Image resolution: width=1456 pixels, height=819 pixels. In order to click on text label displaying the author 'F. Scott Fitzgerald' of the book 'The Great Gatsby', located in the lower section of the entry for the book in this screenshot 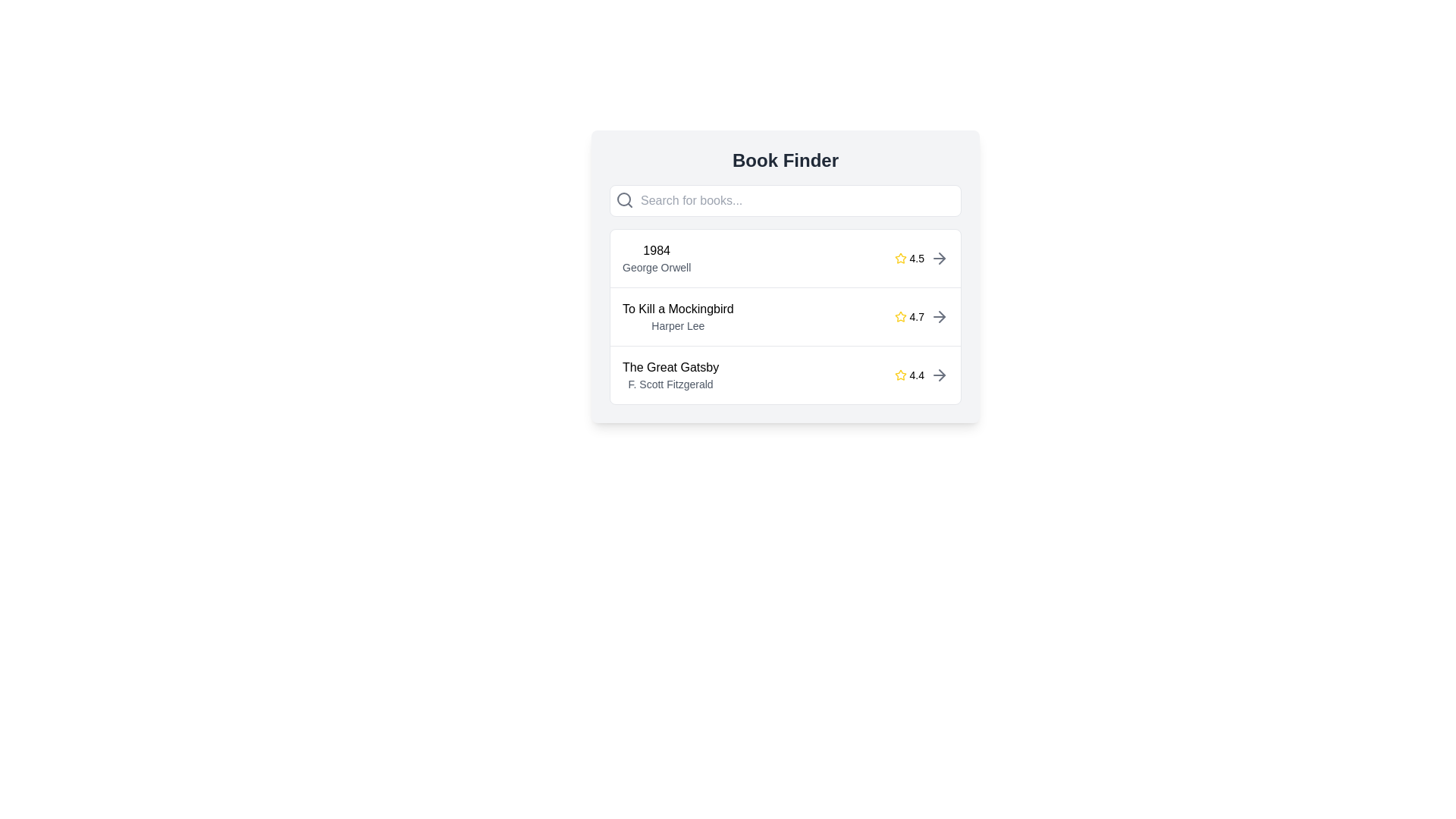, I will do `click(670, 383)`.